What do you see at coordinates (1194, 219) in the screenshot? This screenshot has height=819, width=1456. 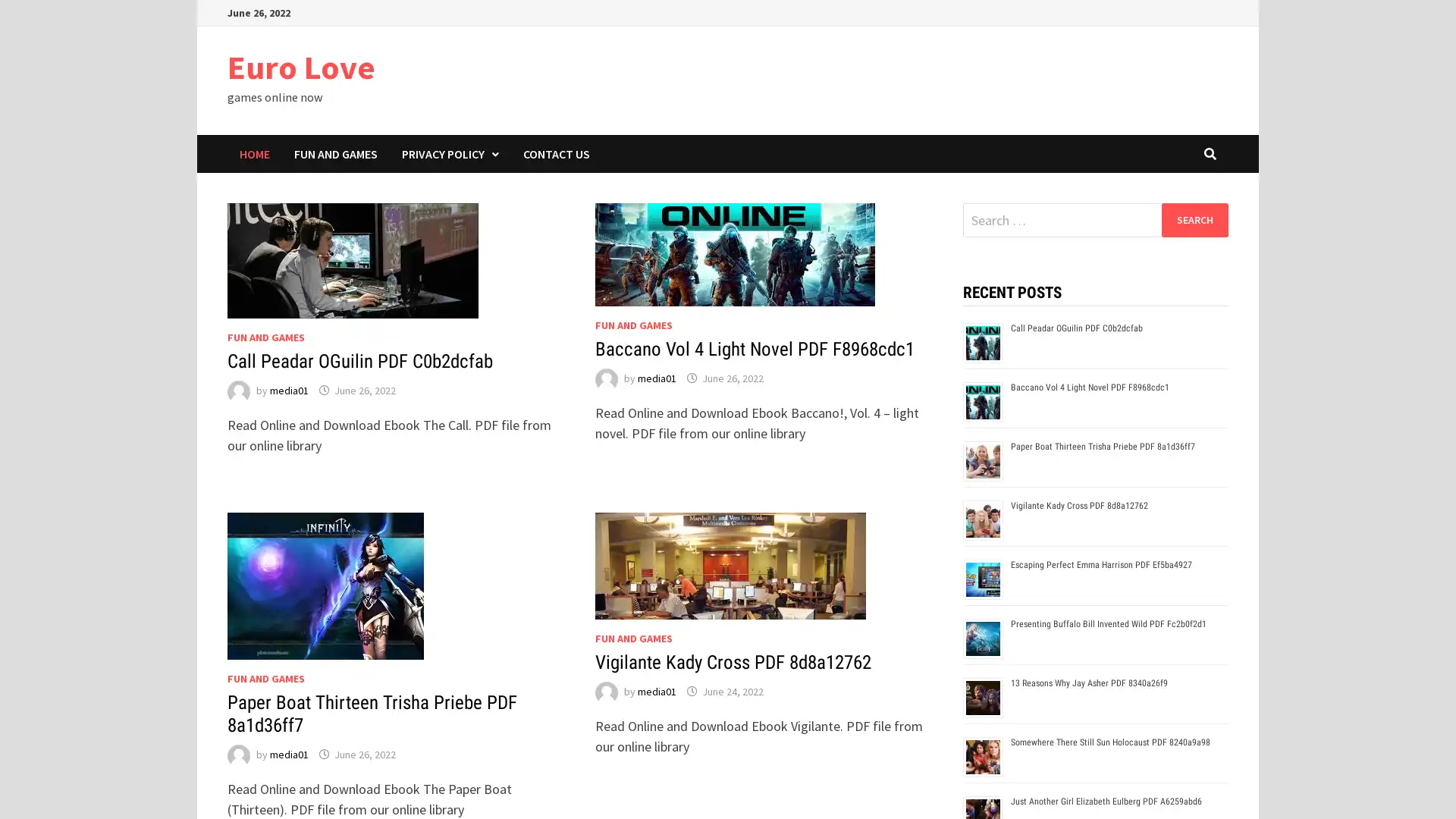 I see `Search` at bounding box center [1194, 219].